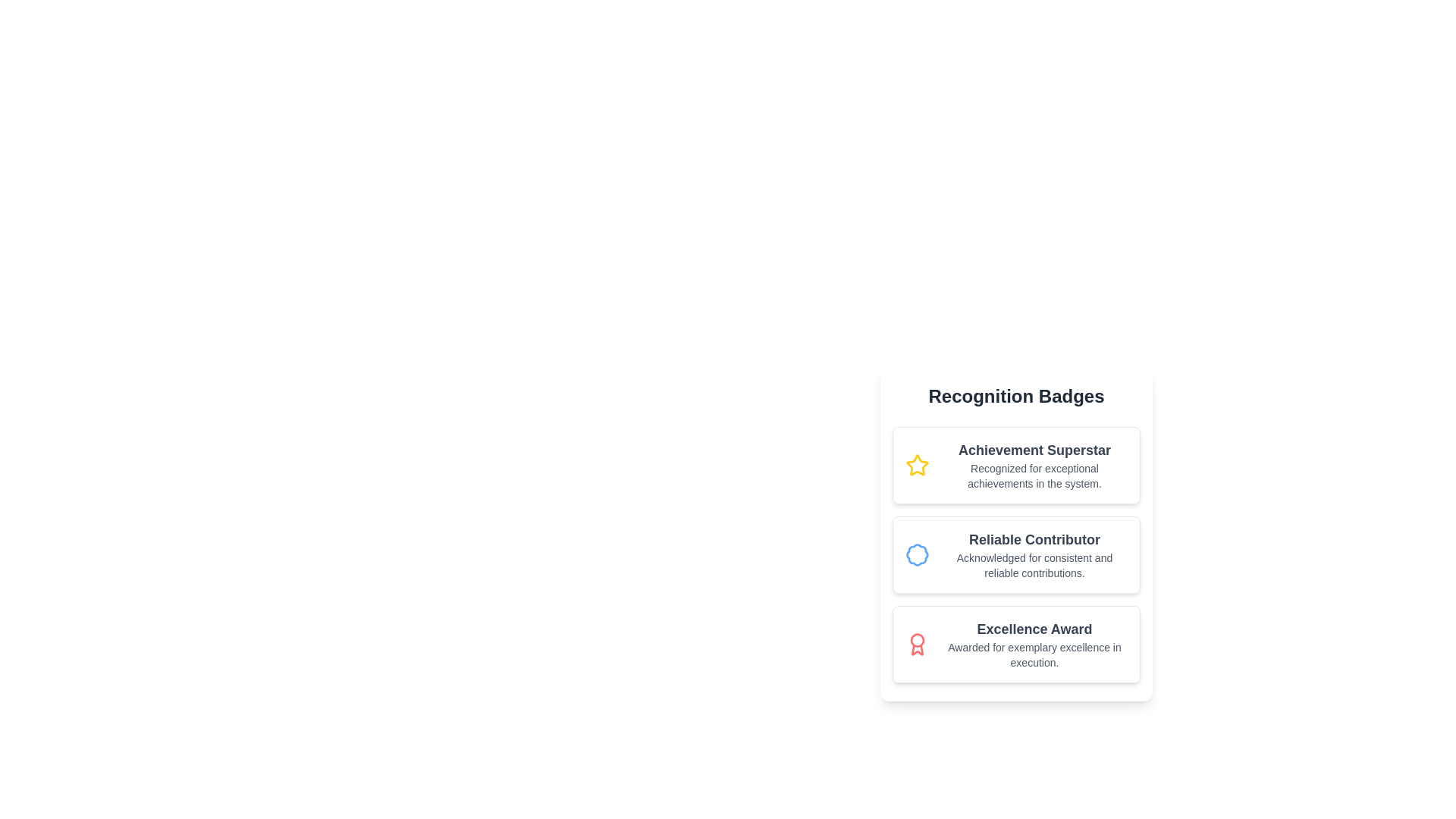  What do you see at coordinates (1016, 555) in the screenshot?
I see `the second card component` at bounding box center [1016, 555].